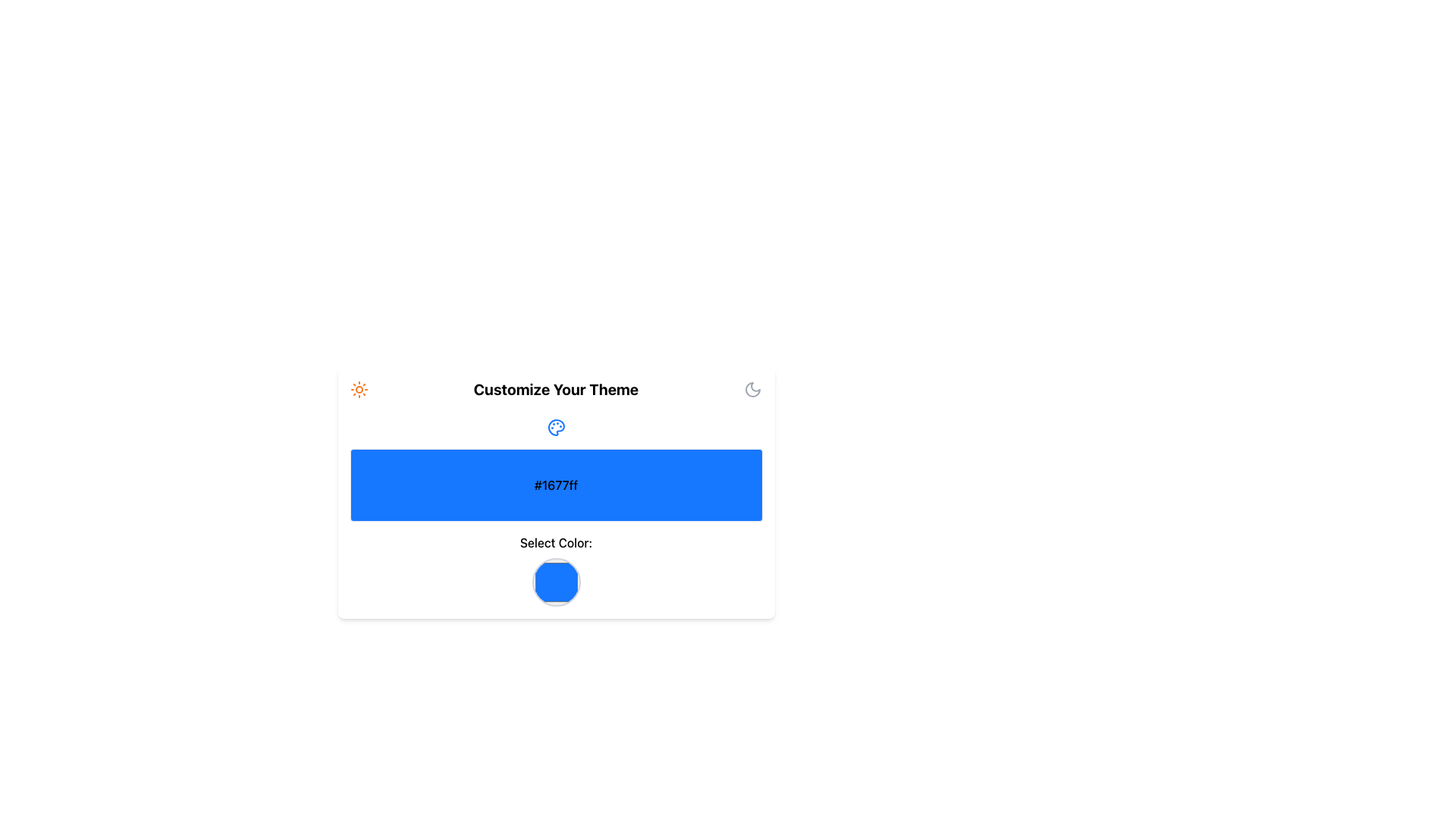 The height and width of the screenshot is (819, 1456). What do you see at coordinates (555, 485) in the screenshot?
I see `the Display panel that visually represents the specified color value and its hex code, which is centrally positioned below a palette icon and above the 'Select Color:' label` at bounding box center [555, 485].